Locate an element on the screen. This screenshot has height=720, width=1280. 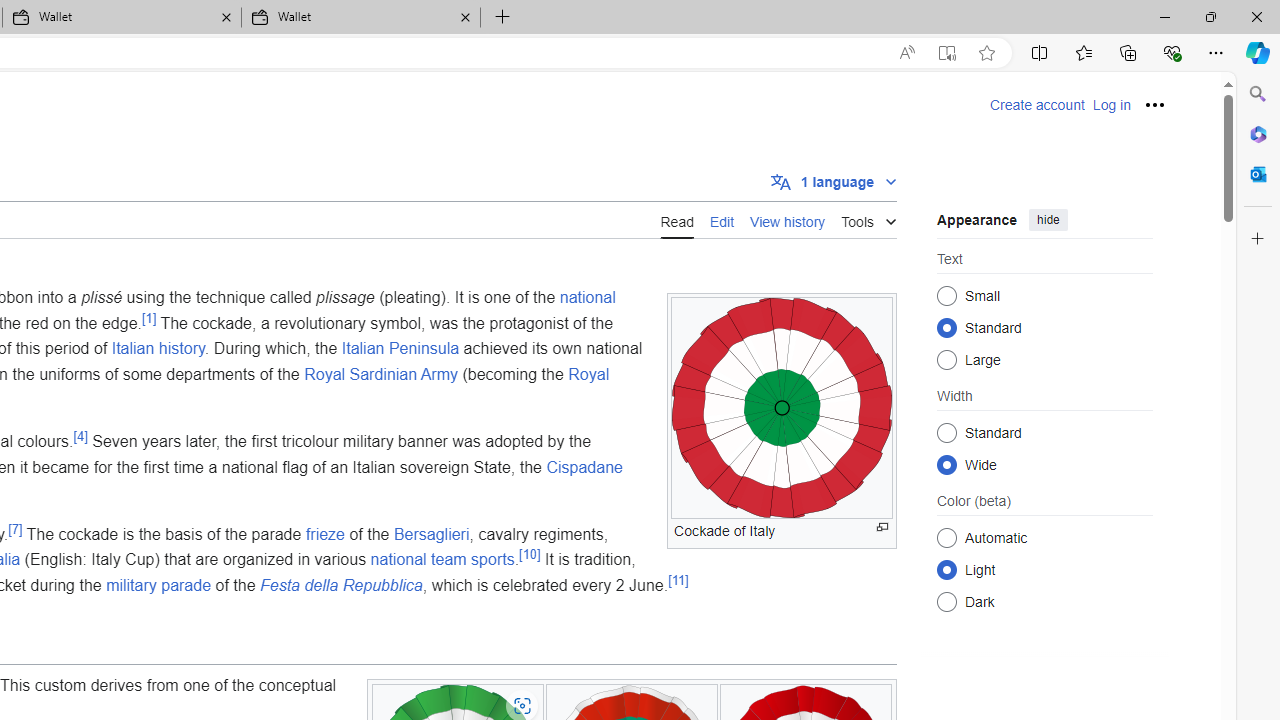
'military parade' is located at coordinates (158, 585).